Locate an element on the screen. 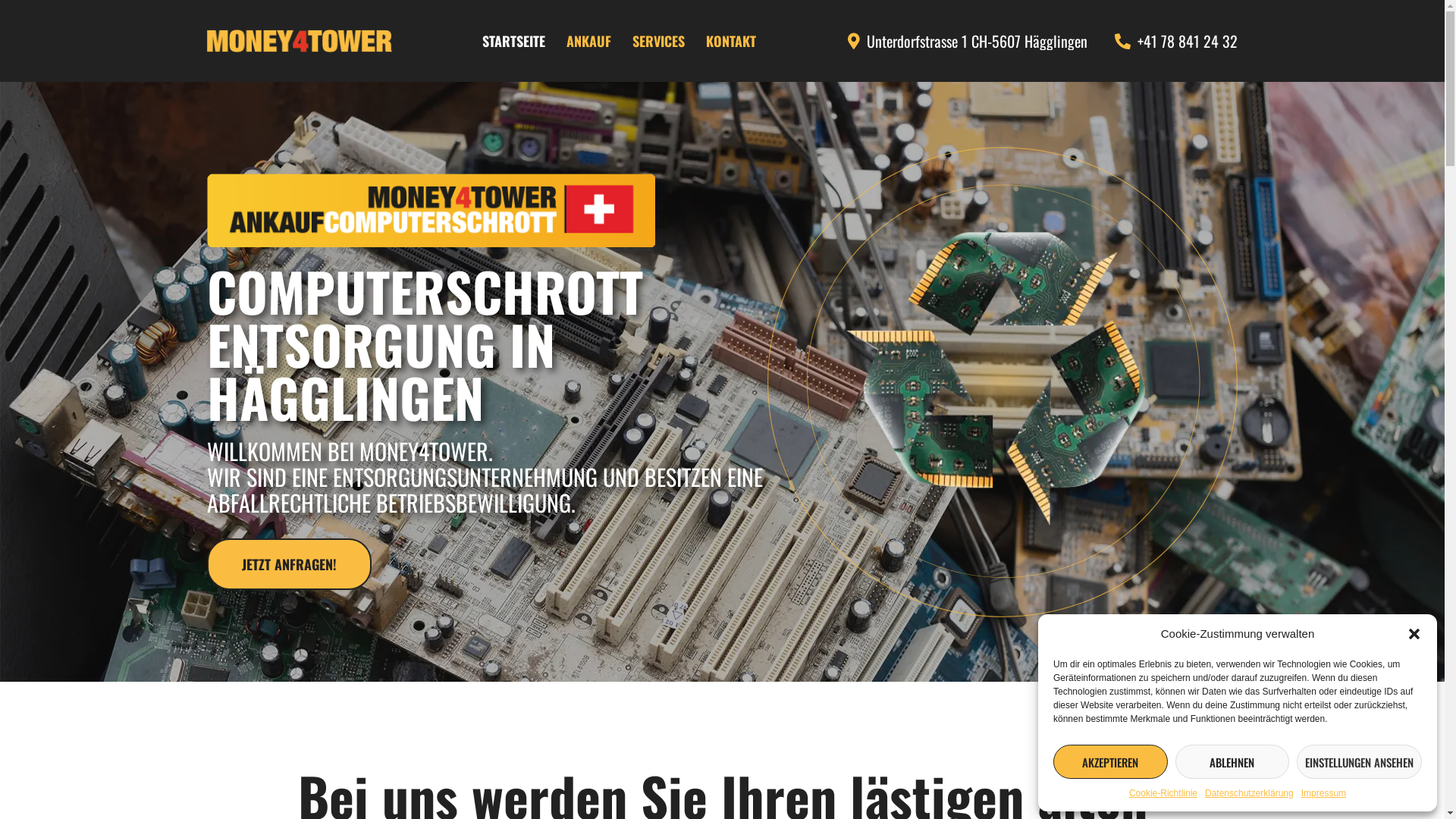 The image size is (1456, 819). 'ABLEHNEN' is located at coordinates (1232, 761).